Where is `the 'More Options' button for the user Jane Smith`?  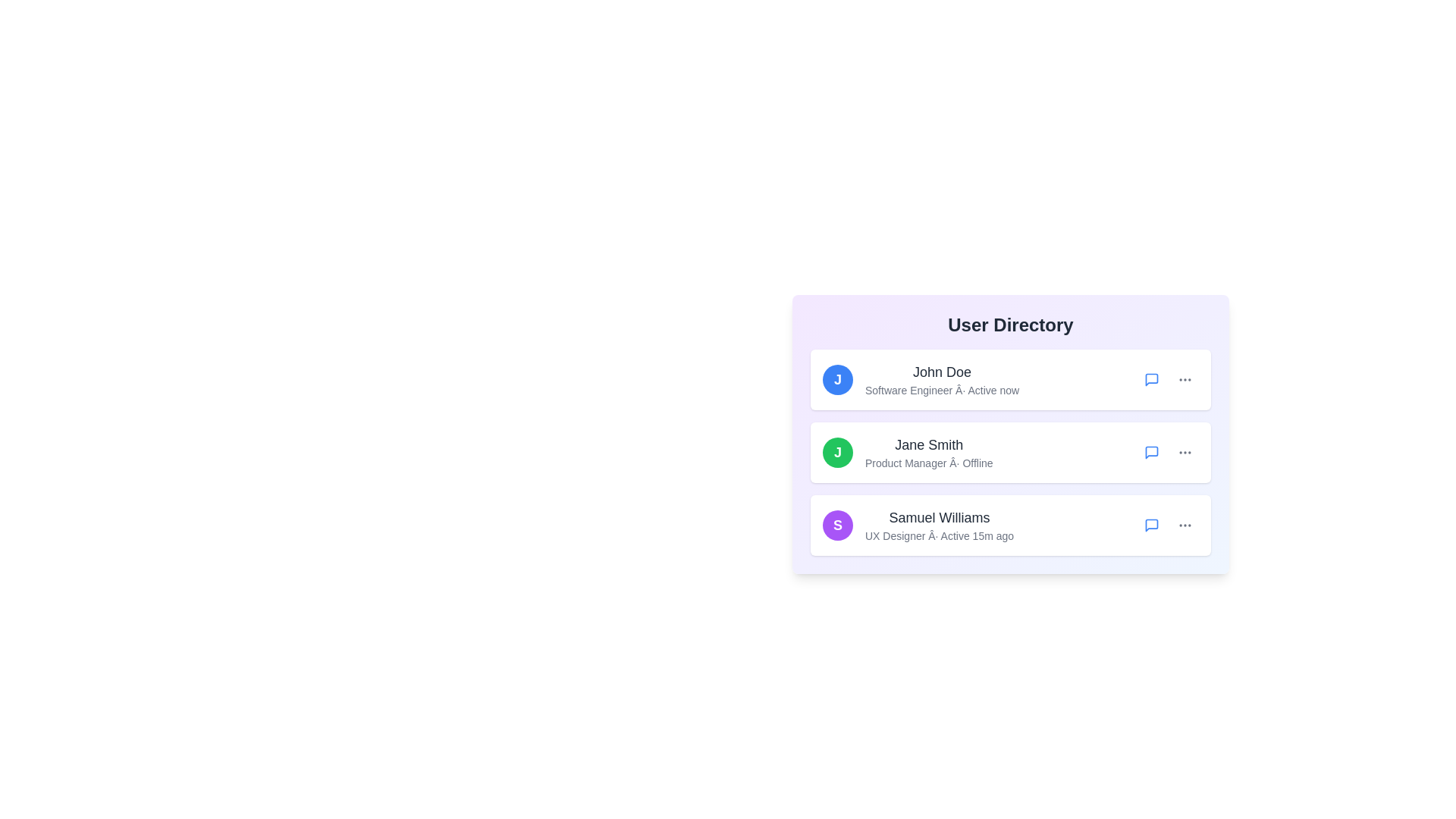
the 'More Options' button for the user Jane Smith is located at coordinates (1185, 452).